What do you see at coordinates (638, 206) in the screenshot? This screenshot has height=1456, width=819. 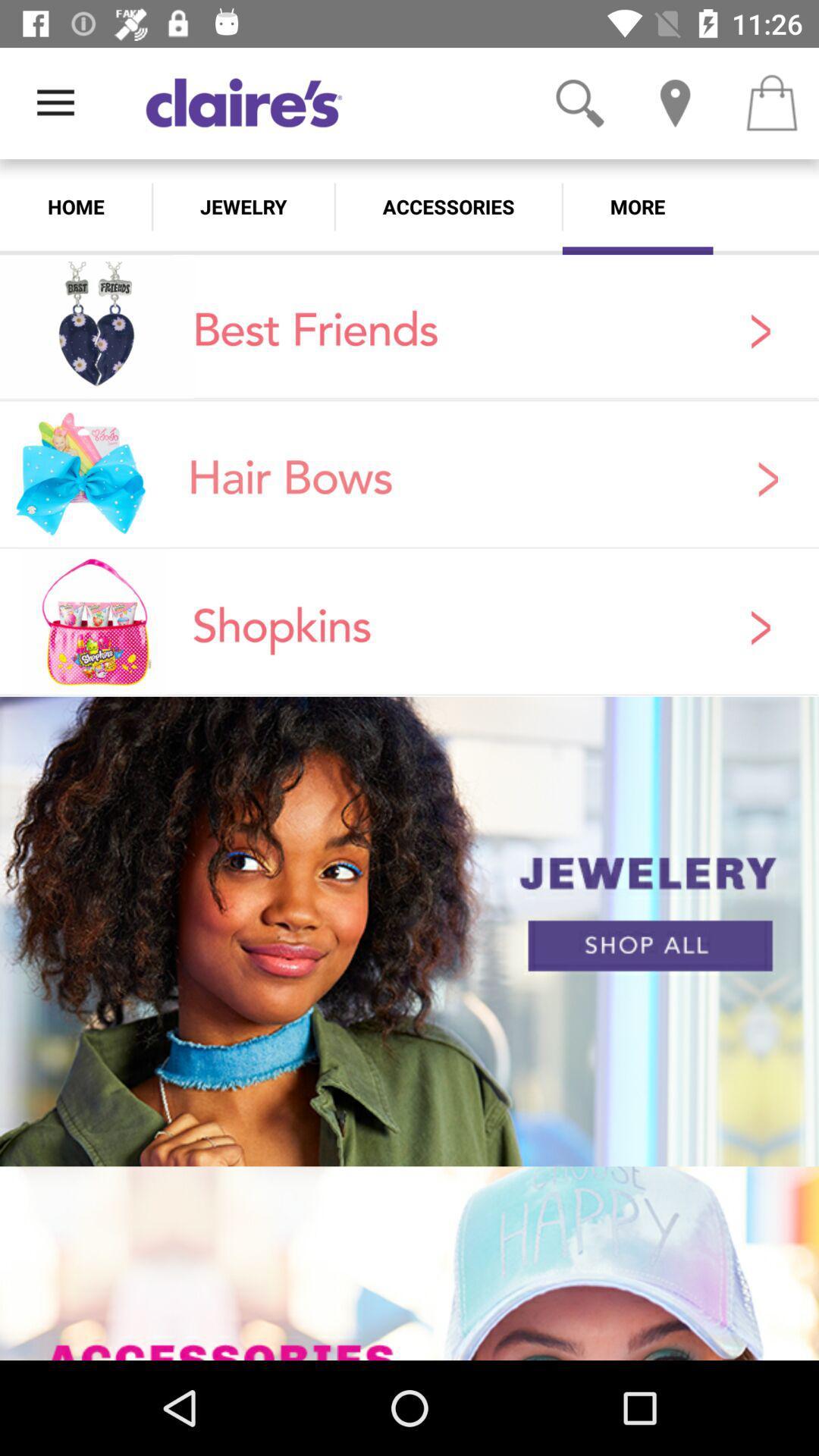 I see `the more app` at bounding box center [638, 206].